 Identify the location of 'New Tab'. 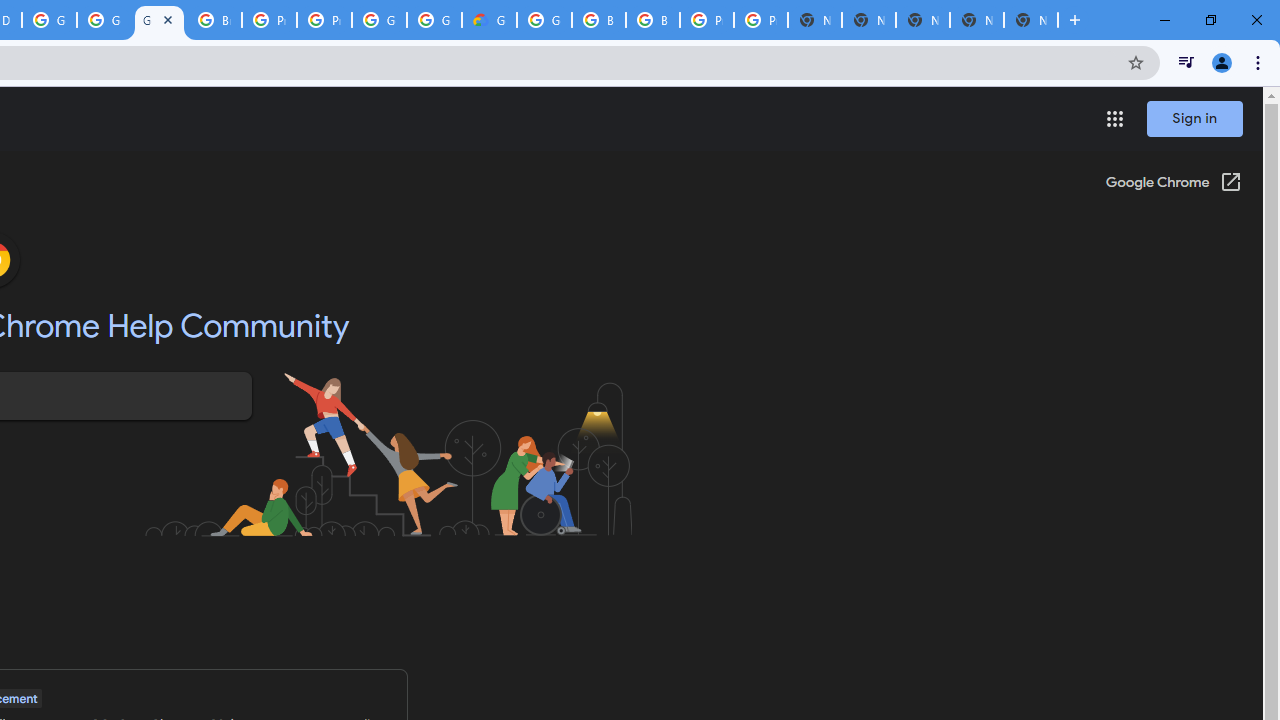
(1074, 20).